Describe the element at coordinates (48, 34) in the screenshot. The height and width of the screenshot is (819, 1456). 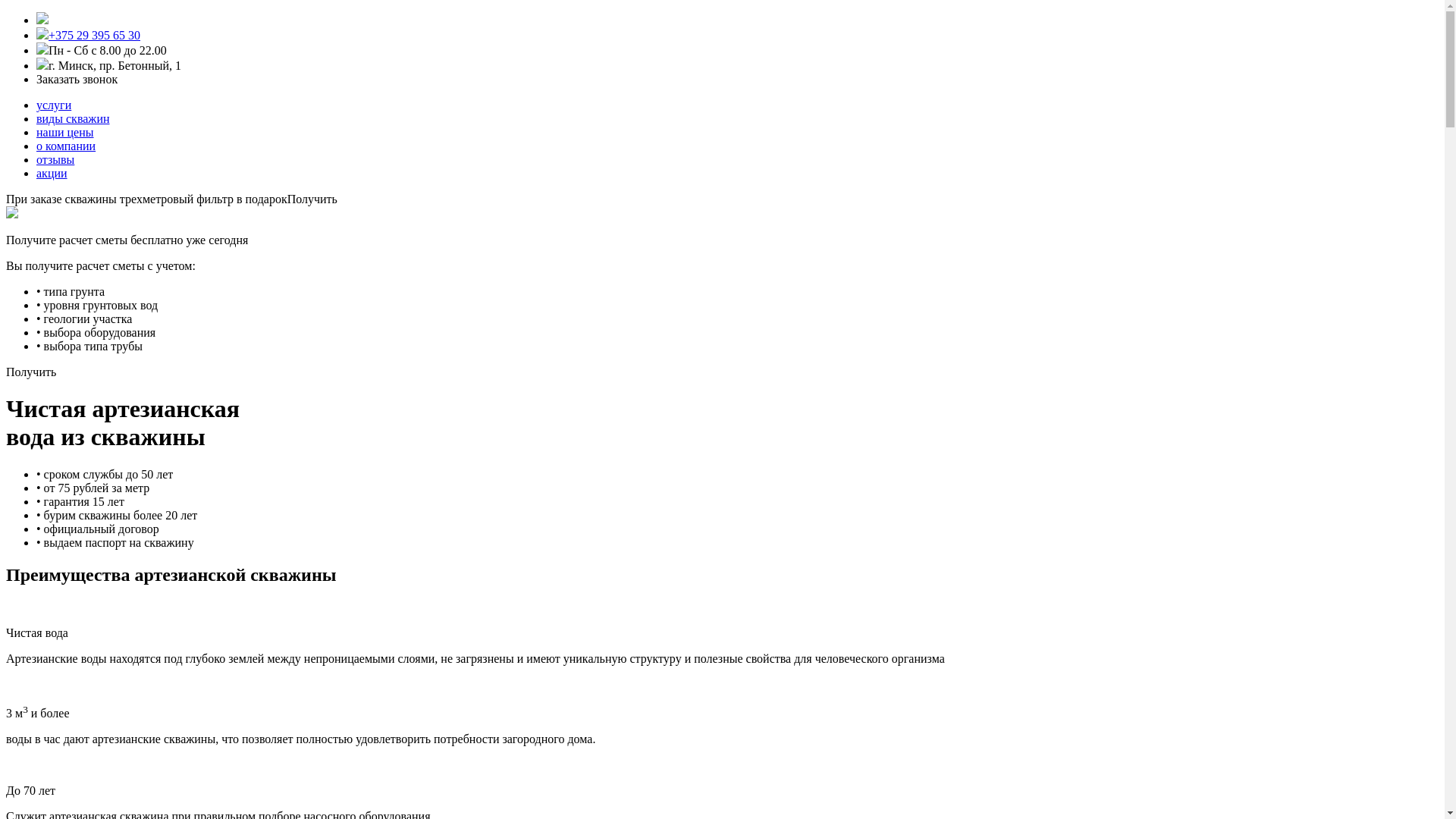
I see `'+375 29 395 65 30'` at that location.